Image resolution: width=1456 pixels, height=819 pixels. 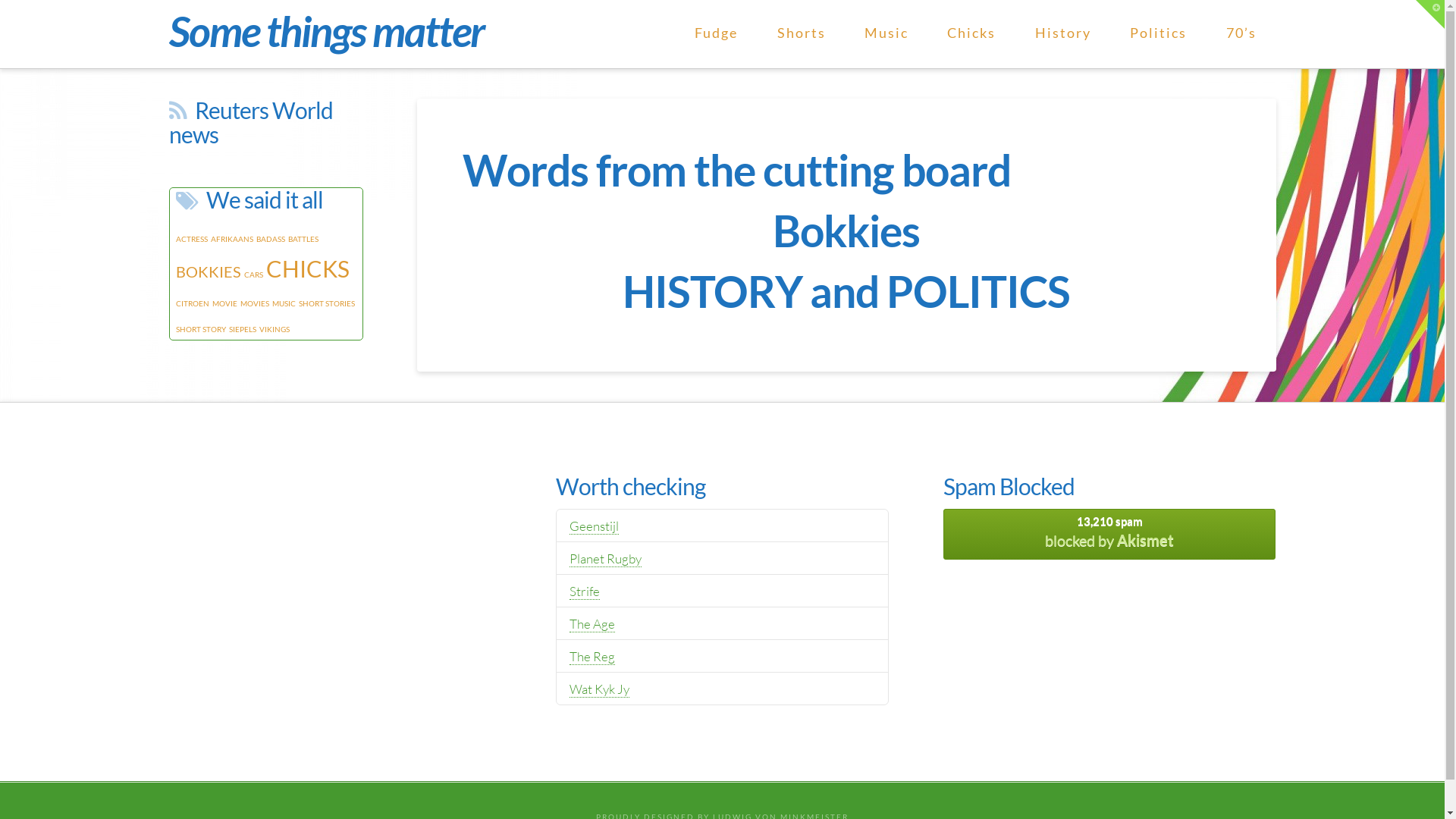 What do you see at coordinates (598, 689) in the screenshot?
I see `'Wat Kyk Jy'` at bounding box center [598, 689].